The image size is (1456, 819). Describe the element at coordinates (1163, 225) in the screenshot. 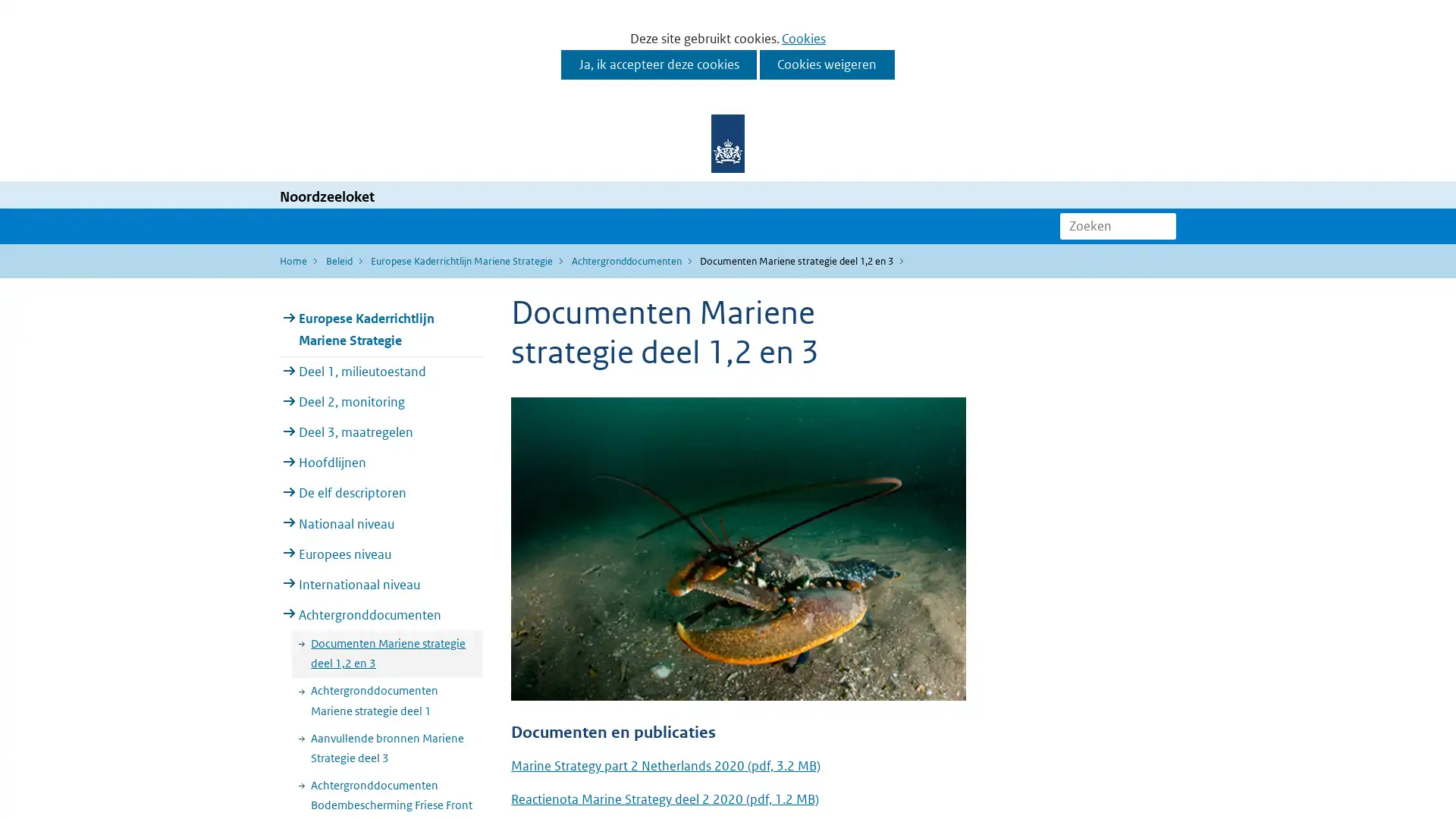

I see `Zoeken` at that location.